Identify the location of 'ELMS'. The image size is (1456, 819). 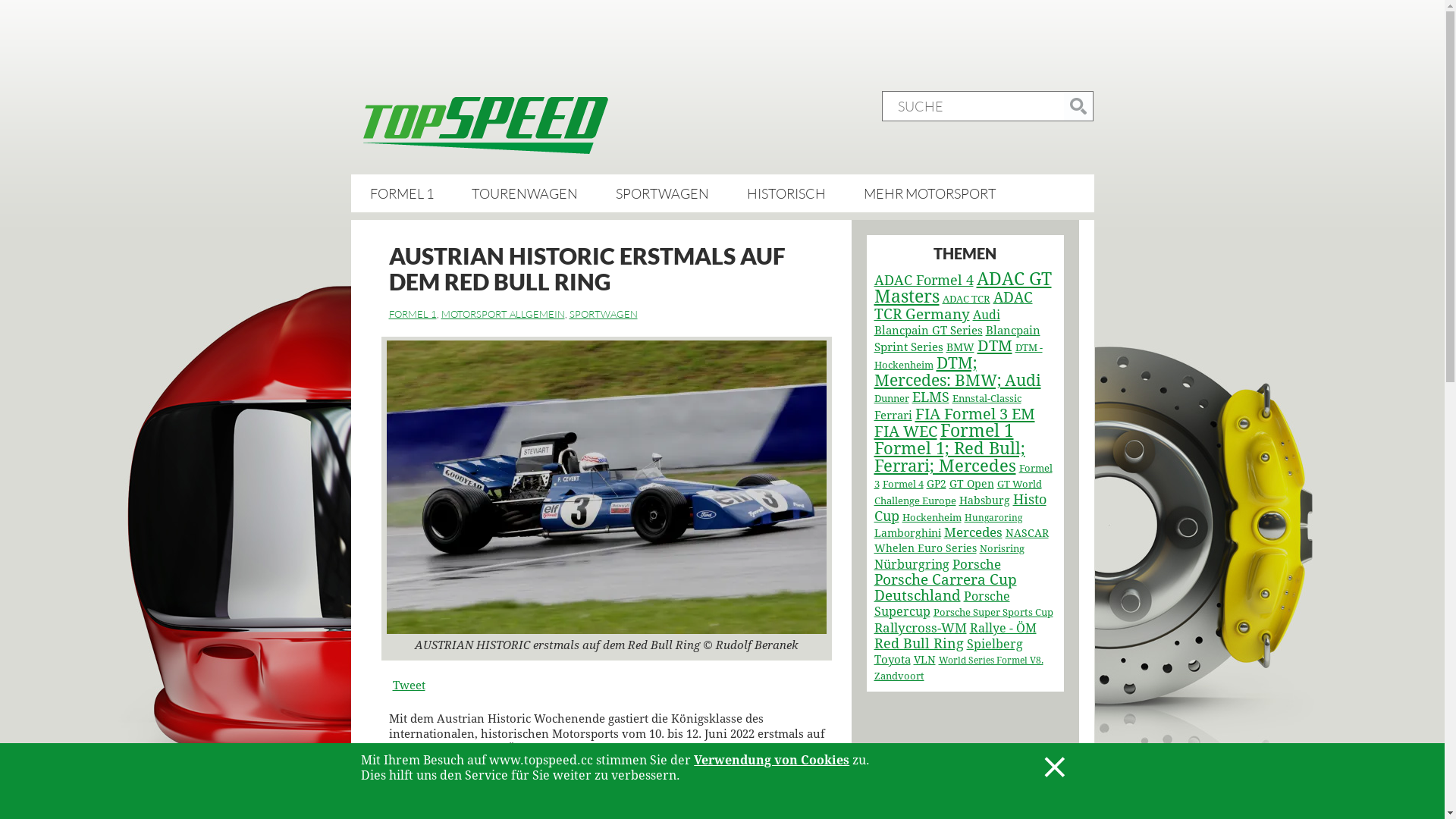
(929, 397).